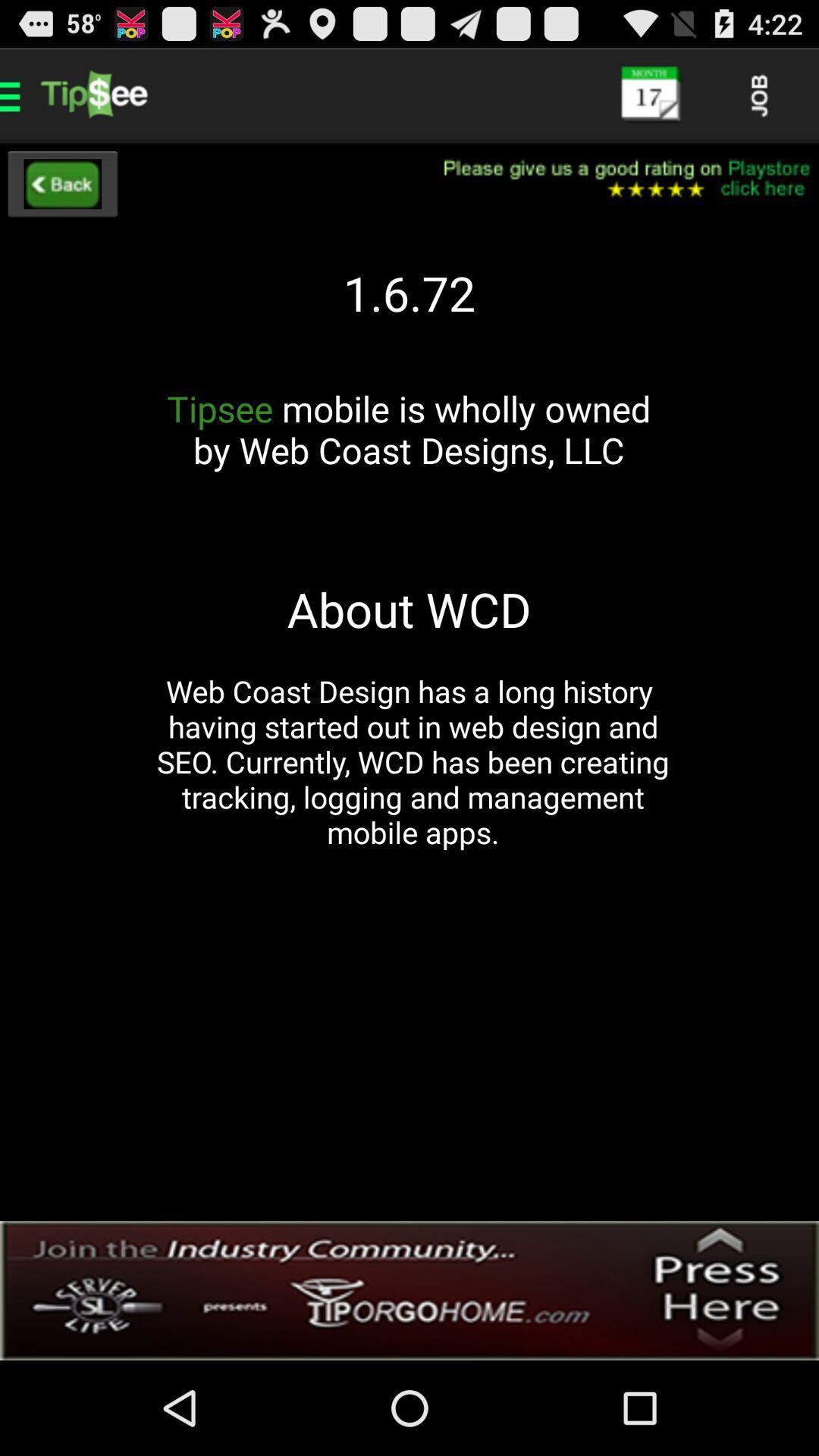 The image size is (819, 1456). What do you see at coordinates (617, 179) in the screenshot?
I see `rate app` at bounding box center [617, 179].